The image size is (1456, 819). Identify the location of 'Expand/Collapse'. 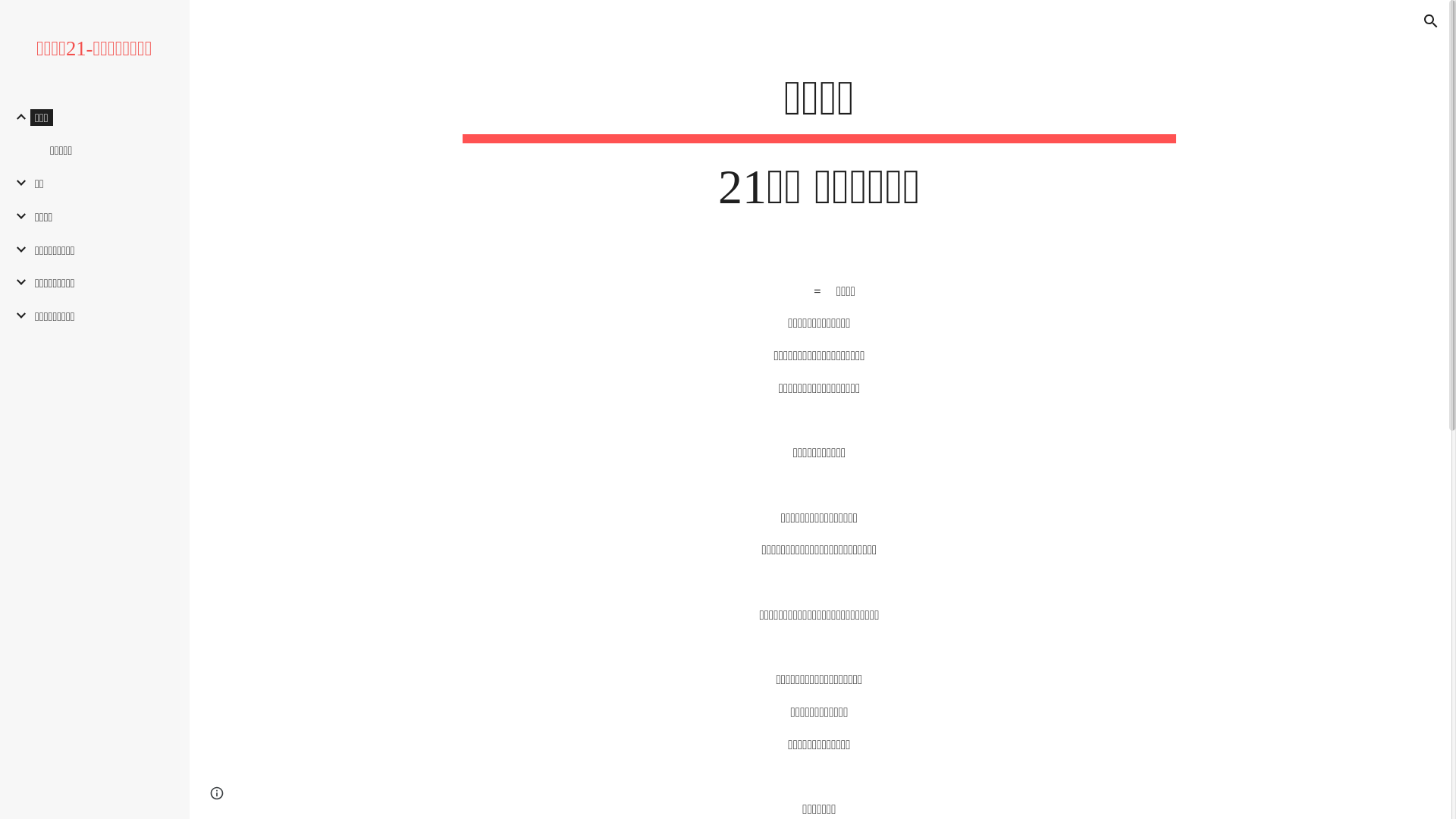
(17, 181).